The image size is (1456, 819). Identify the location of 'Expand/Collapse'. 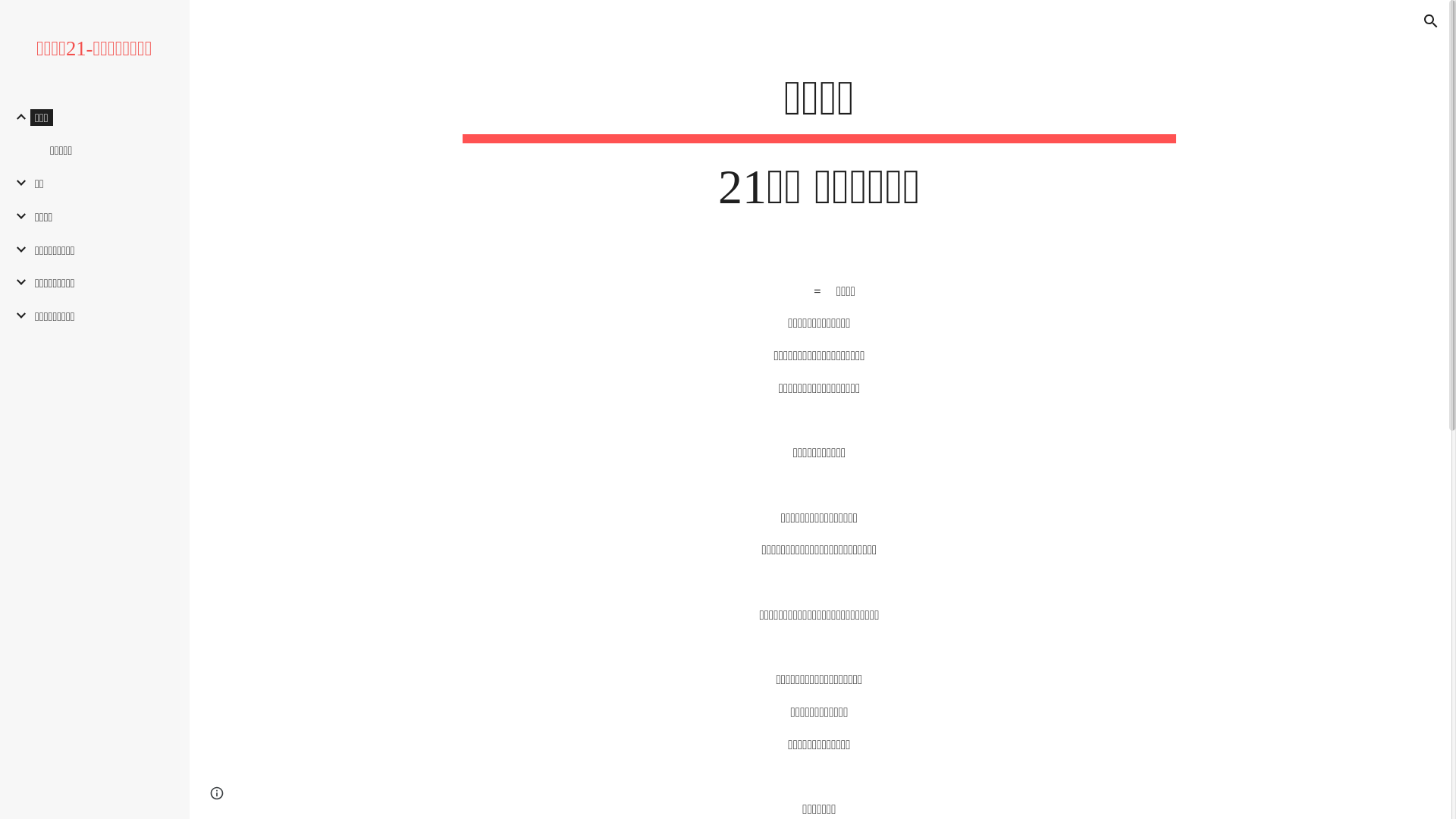
(17, 181).